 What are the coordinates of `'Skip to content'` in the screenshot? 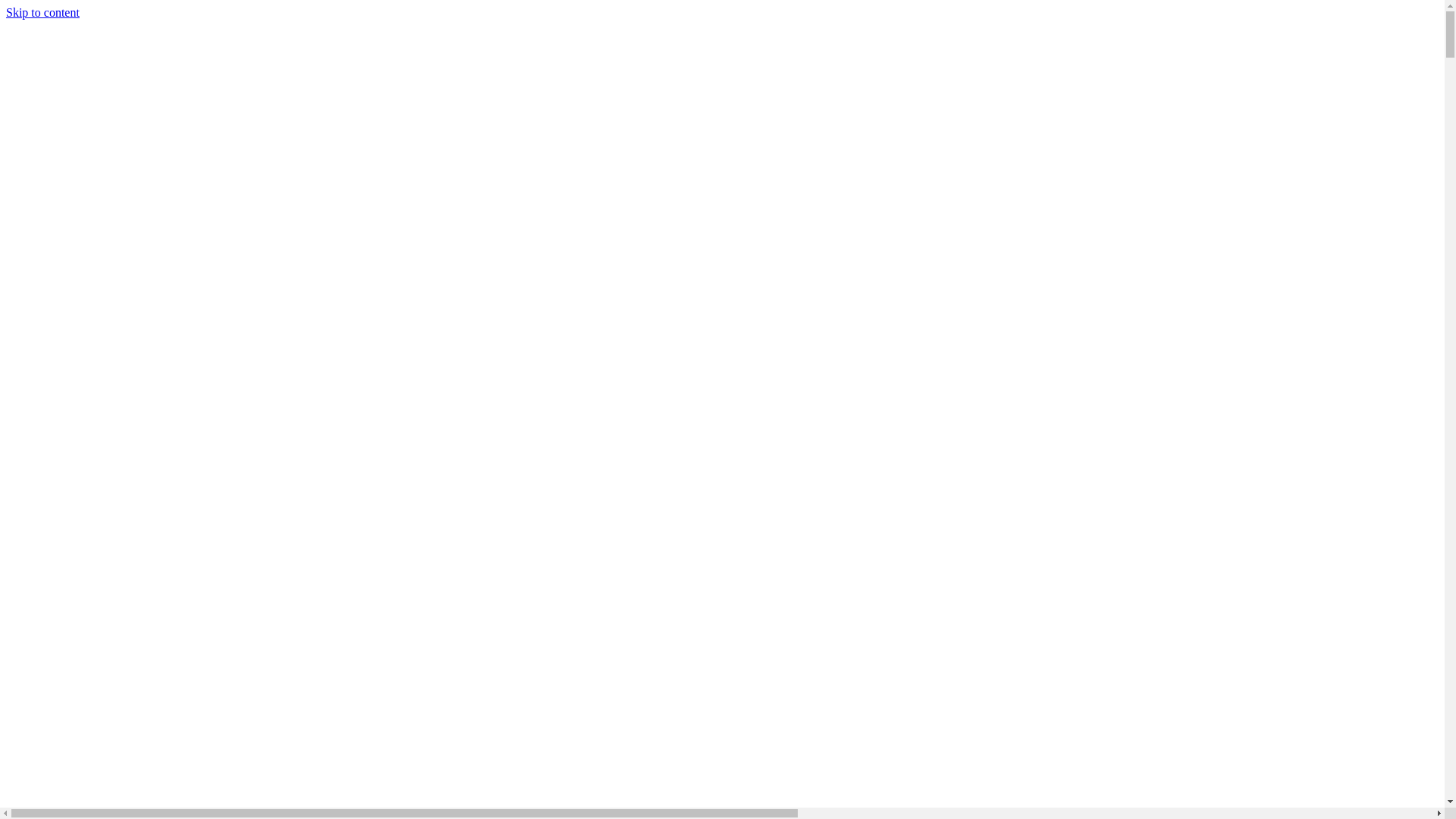 It's located at (6, 12).